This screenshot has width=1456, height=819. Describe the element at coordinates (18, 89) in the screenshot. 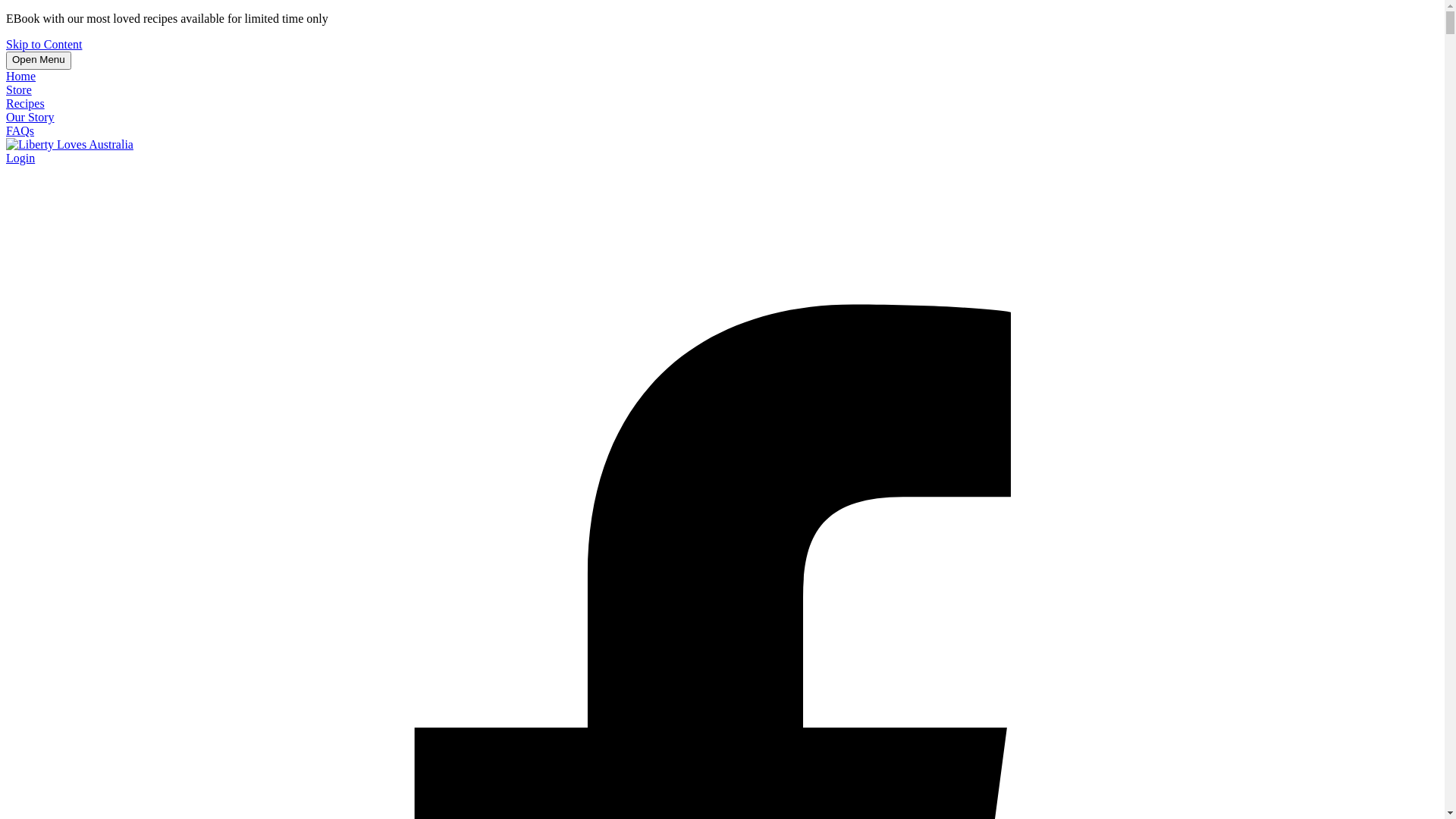

I see `'Store'` at that location.